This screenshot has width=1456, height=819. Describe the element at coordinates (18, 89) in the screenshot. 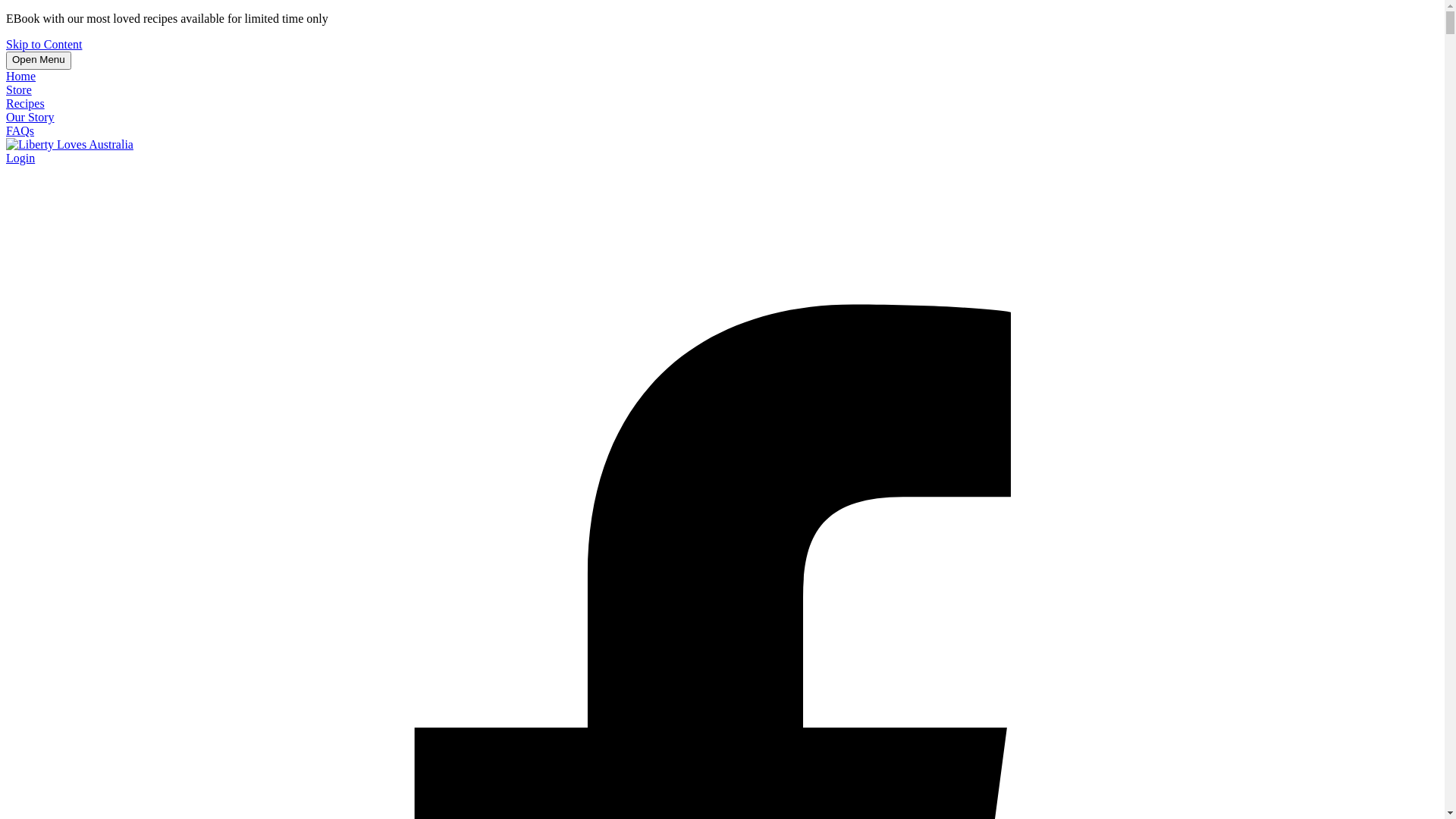

I see `'Store'` at that location.